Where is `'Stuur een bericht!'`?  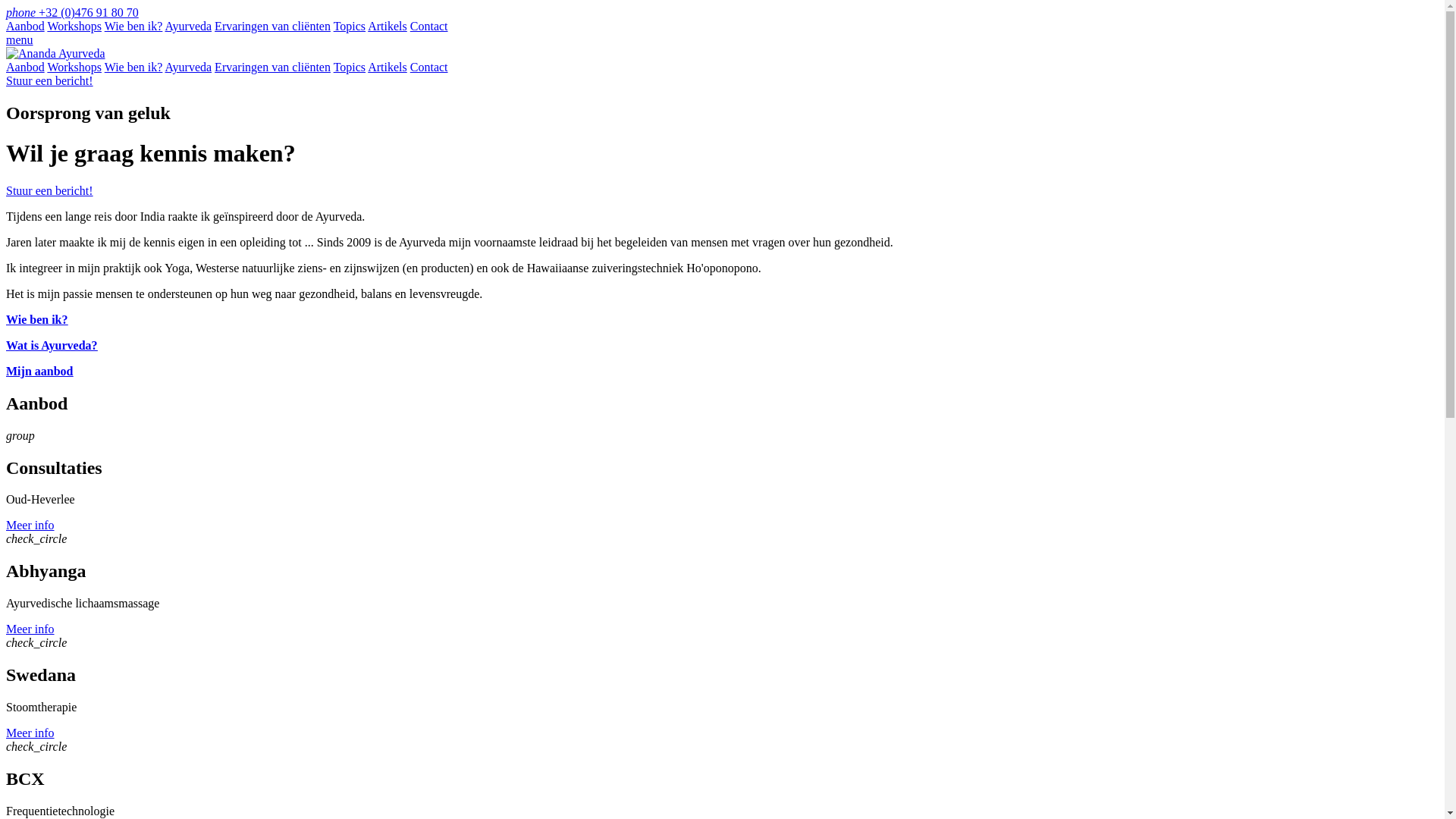
'Stuur een bericht!' is located at coordinates (49, 80).